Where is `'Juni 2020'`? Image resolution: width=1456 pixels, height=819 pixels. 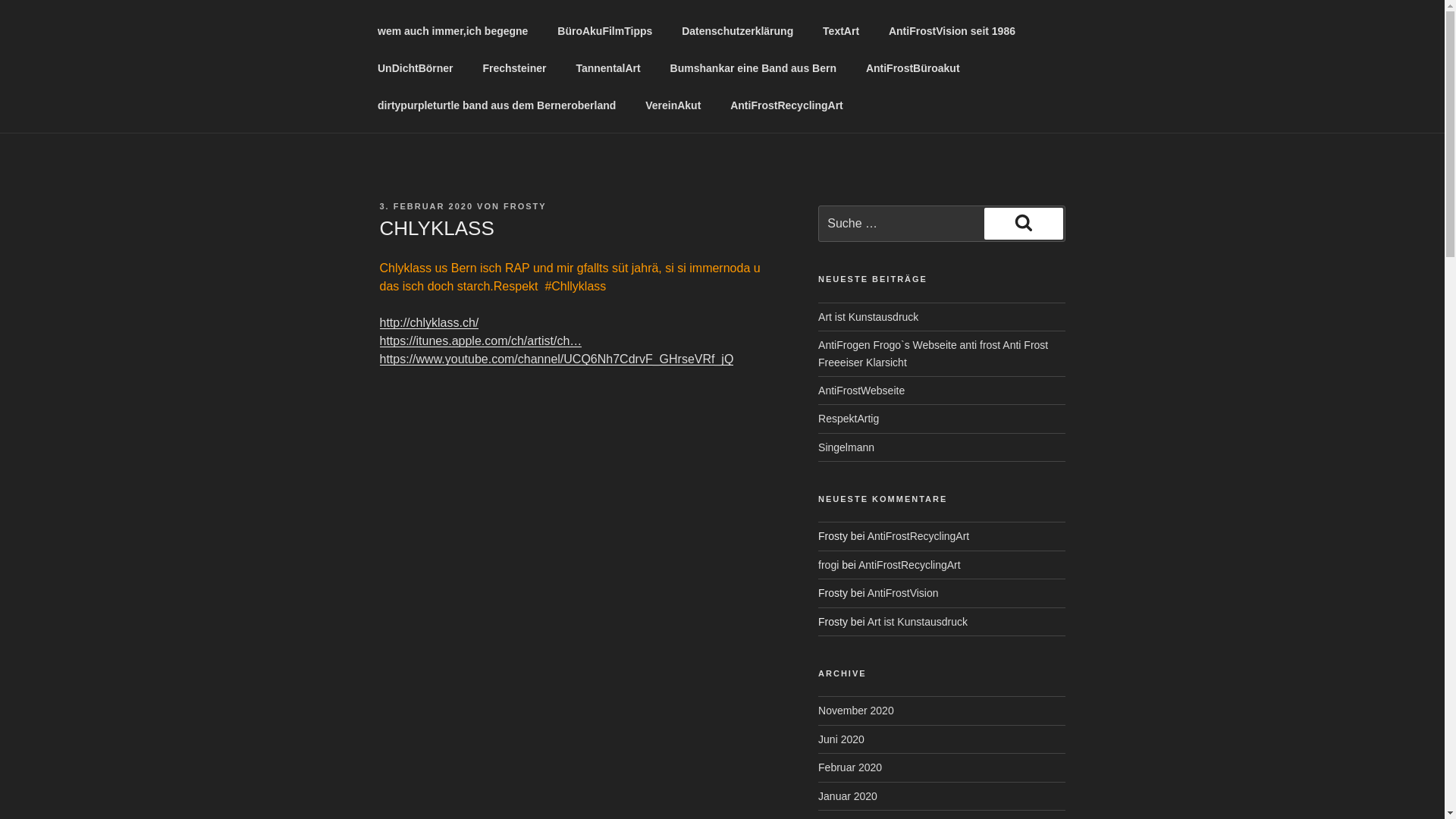 'Juni 2020' is located at coordinates (840, 739).